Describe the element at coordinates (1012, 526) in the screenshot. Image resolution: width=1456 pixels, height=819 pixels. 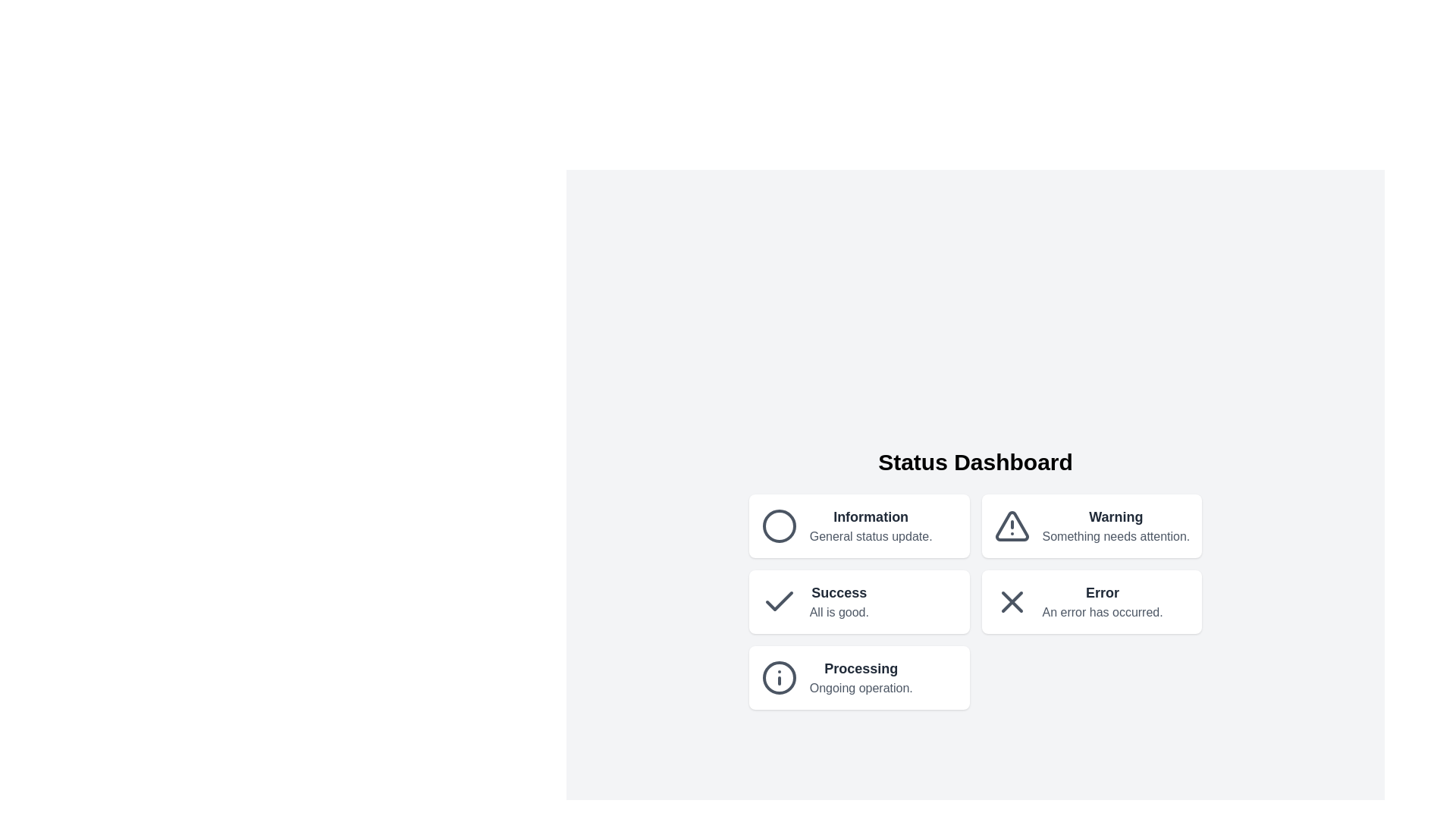
I see `the warning icon located in the top-right quadrant of the dashboard interface, which is part of a square card labeled 'Warning'` at that location.